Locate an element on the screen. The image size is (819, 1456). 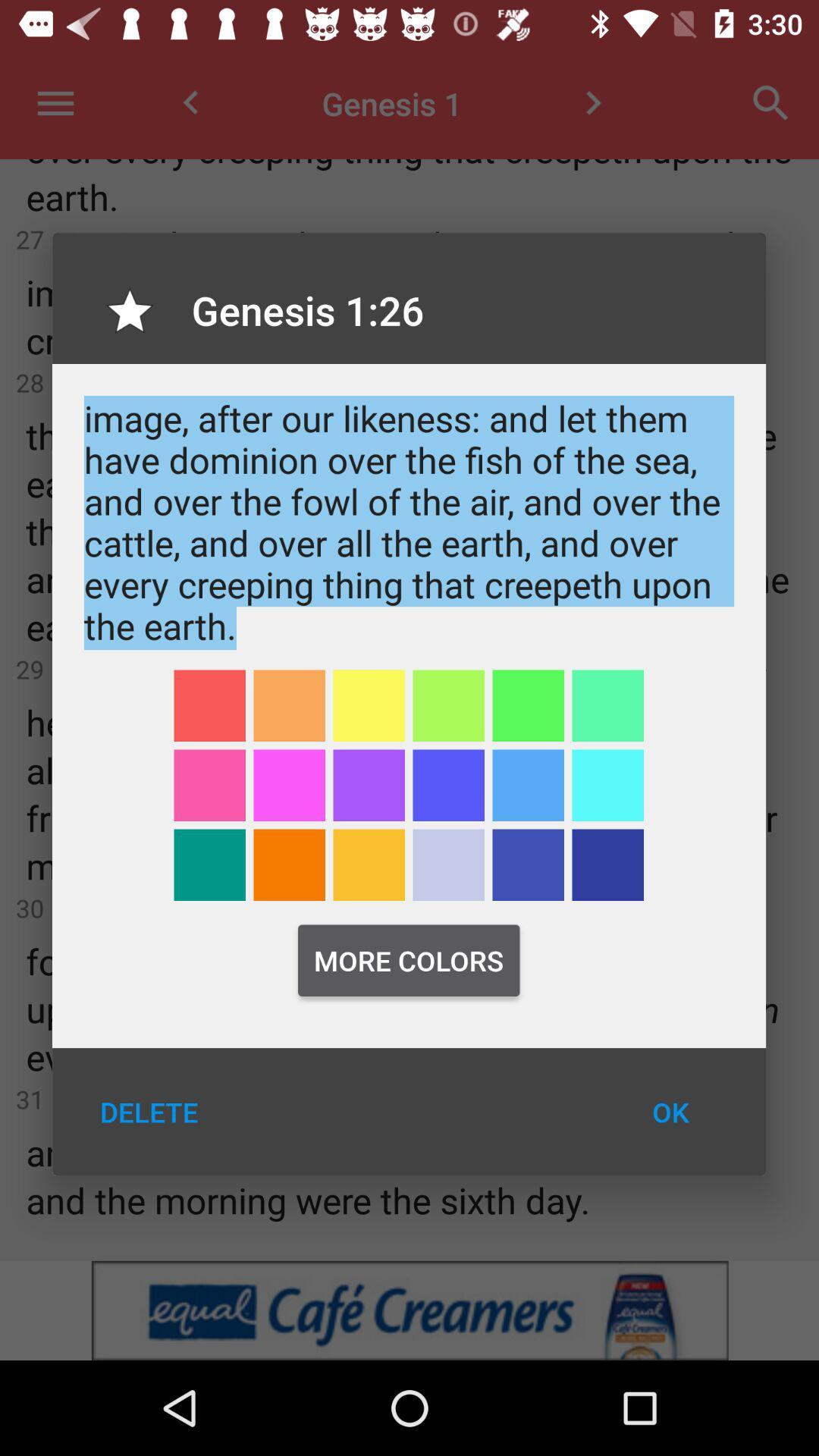
the item above delete is located at coordinates (209, 864).